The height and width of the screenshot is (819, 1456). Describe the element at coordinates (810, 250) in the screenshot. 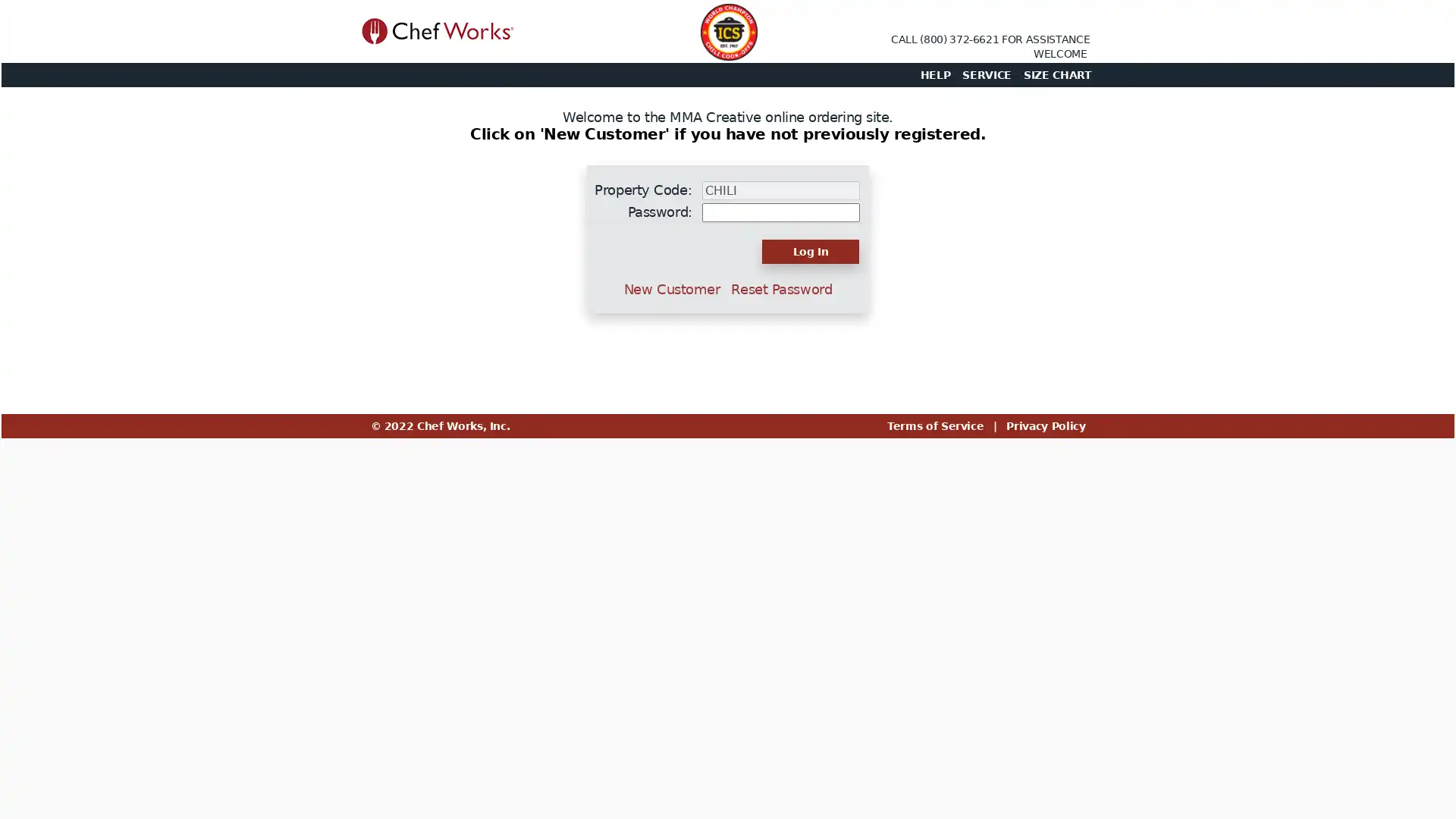

I see `Log In` at that location.